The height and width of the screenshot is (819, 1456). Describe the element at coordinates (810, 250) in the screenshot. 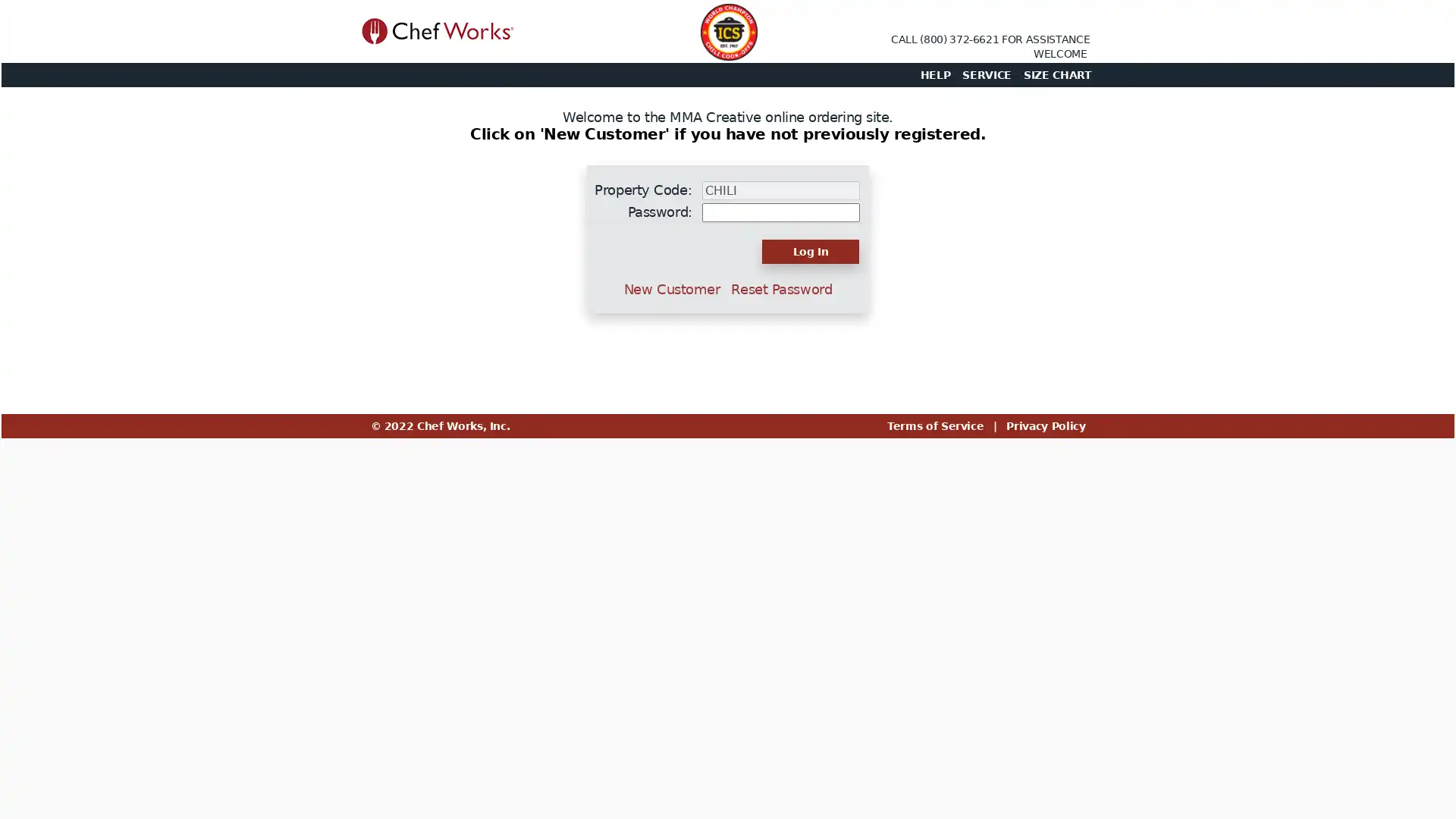

I see `Log In` at that location.